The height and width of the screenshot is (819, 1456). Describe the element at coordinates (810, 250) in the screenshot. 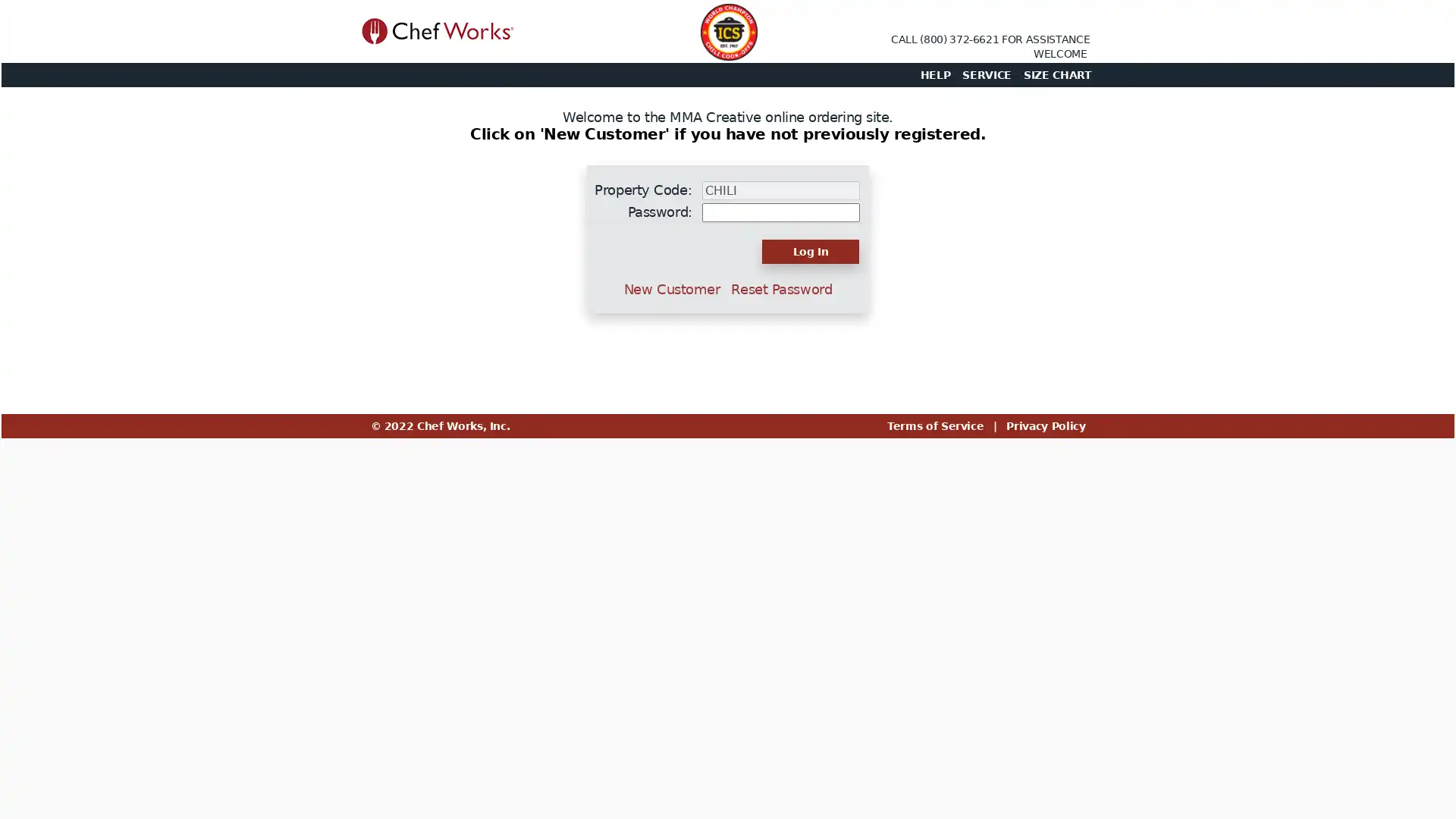

I see `Log In` at that location.